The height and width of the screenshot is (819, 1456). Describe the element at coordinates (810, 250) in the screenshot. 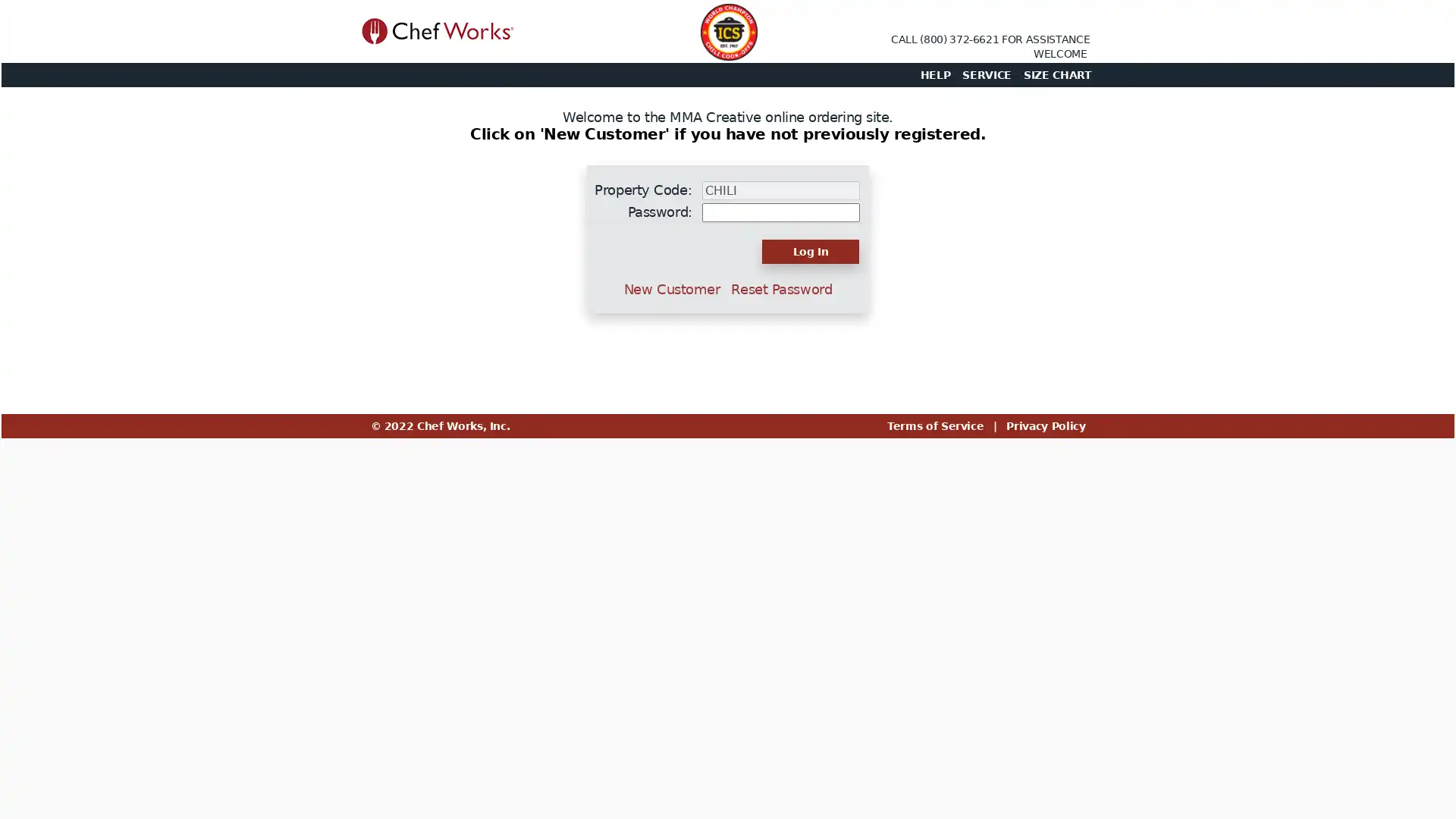

I see `Log In` at that location.